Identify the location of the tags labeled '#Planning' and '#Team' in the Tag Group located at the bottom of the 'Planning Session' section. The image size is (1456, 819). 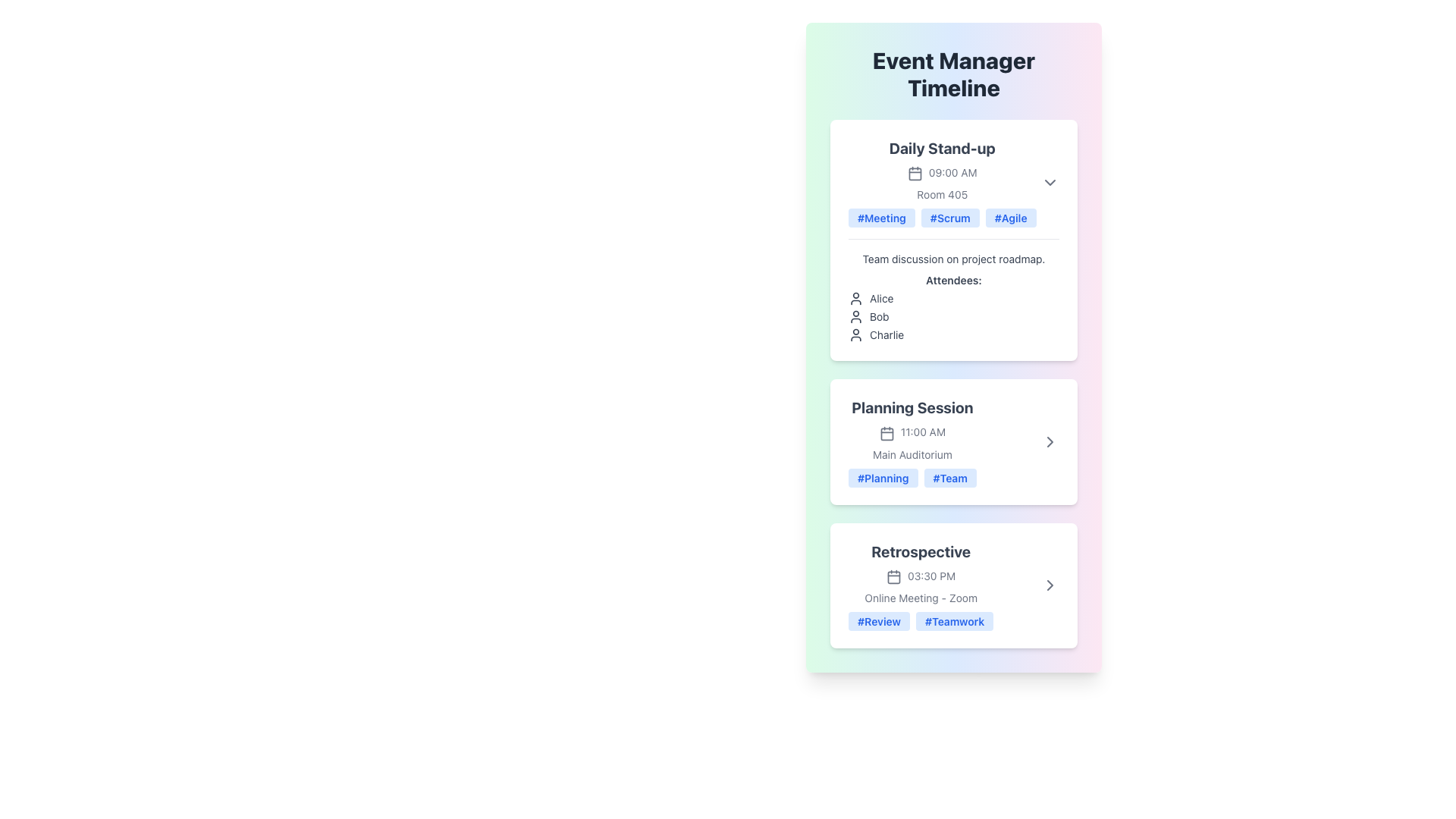
(912, 476).